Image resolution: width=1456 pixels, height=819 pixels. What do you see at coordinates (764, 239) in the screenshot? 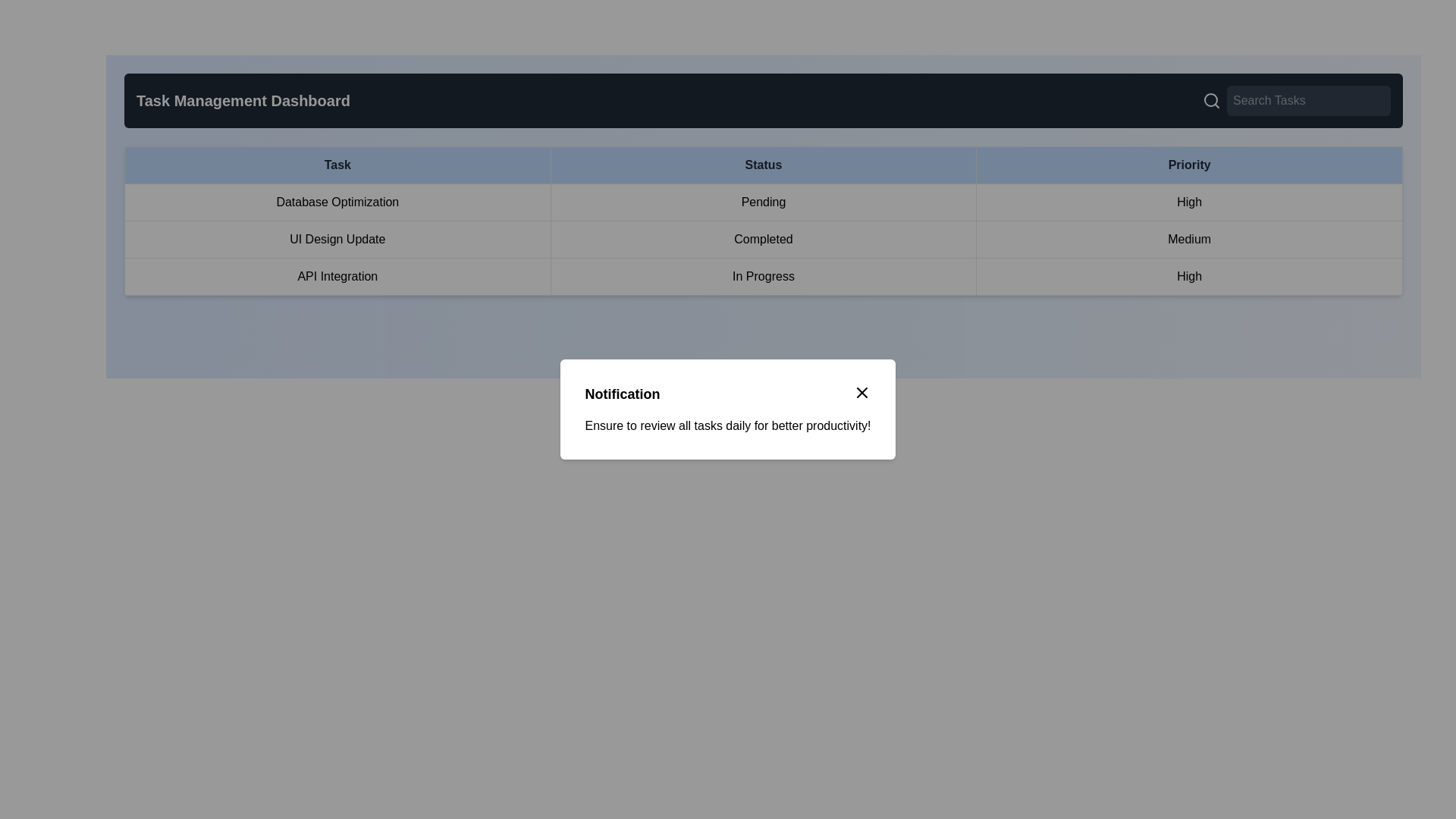
I see `the 'Completed' label in the 'Status' column of the table related to the 'UI Design Update' task` at bounding box center [764, 239].